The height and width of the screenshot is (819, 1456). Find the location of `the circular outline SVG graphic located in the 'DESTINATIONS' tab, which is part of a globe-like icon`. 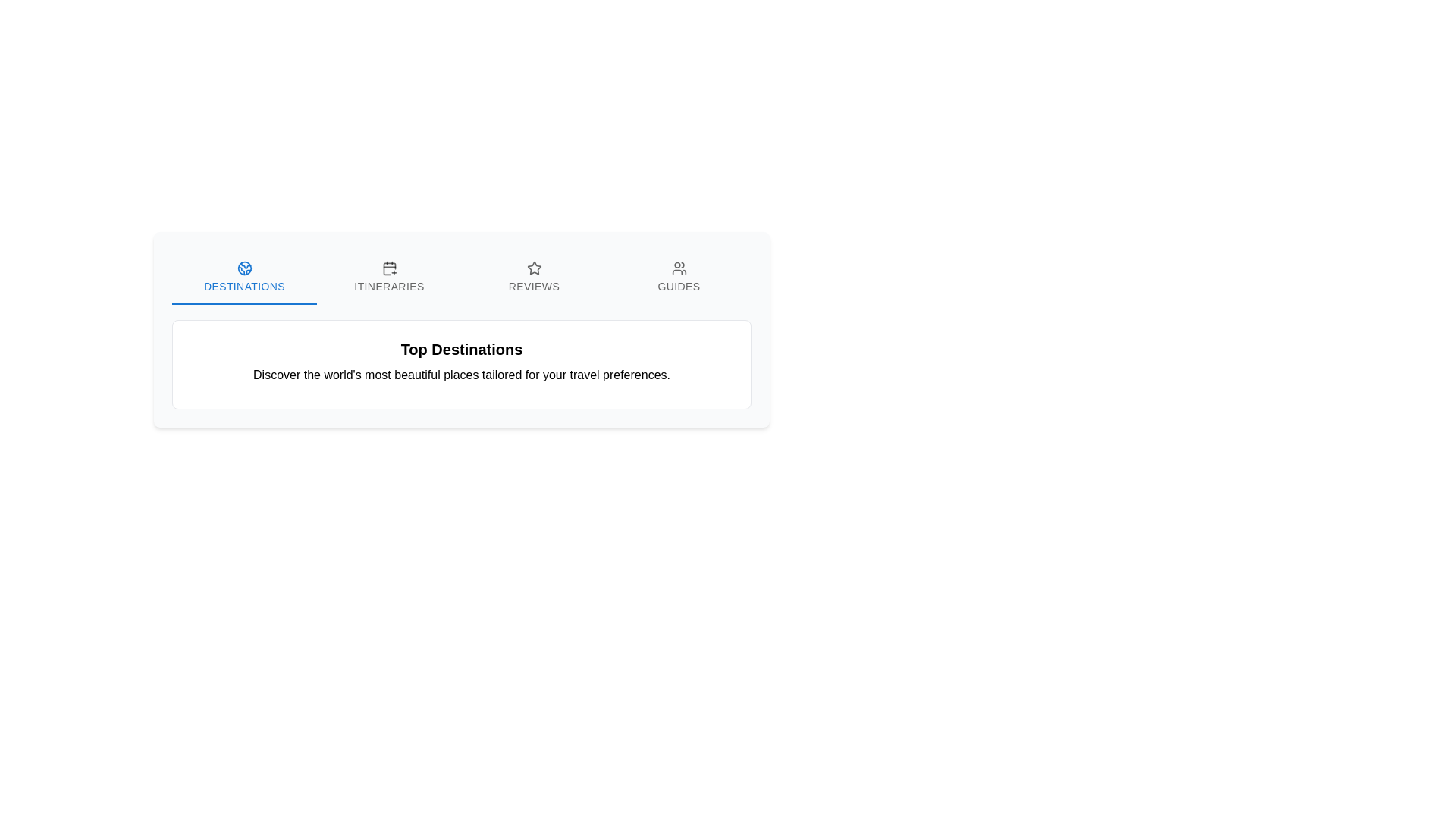

the circular outline SVG graphic located in the 'DESTINATIONS' tab, which is part of a globe-like icon is located at coordinates (244, 268).